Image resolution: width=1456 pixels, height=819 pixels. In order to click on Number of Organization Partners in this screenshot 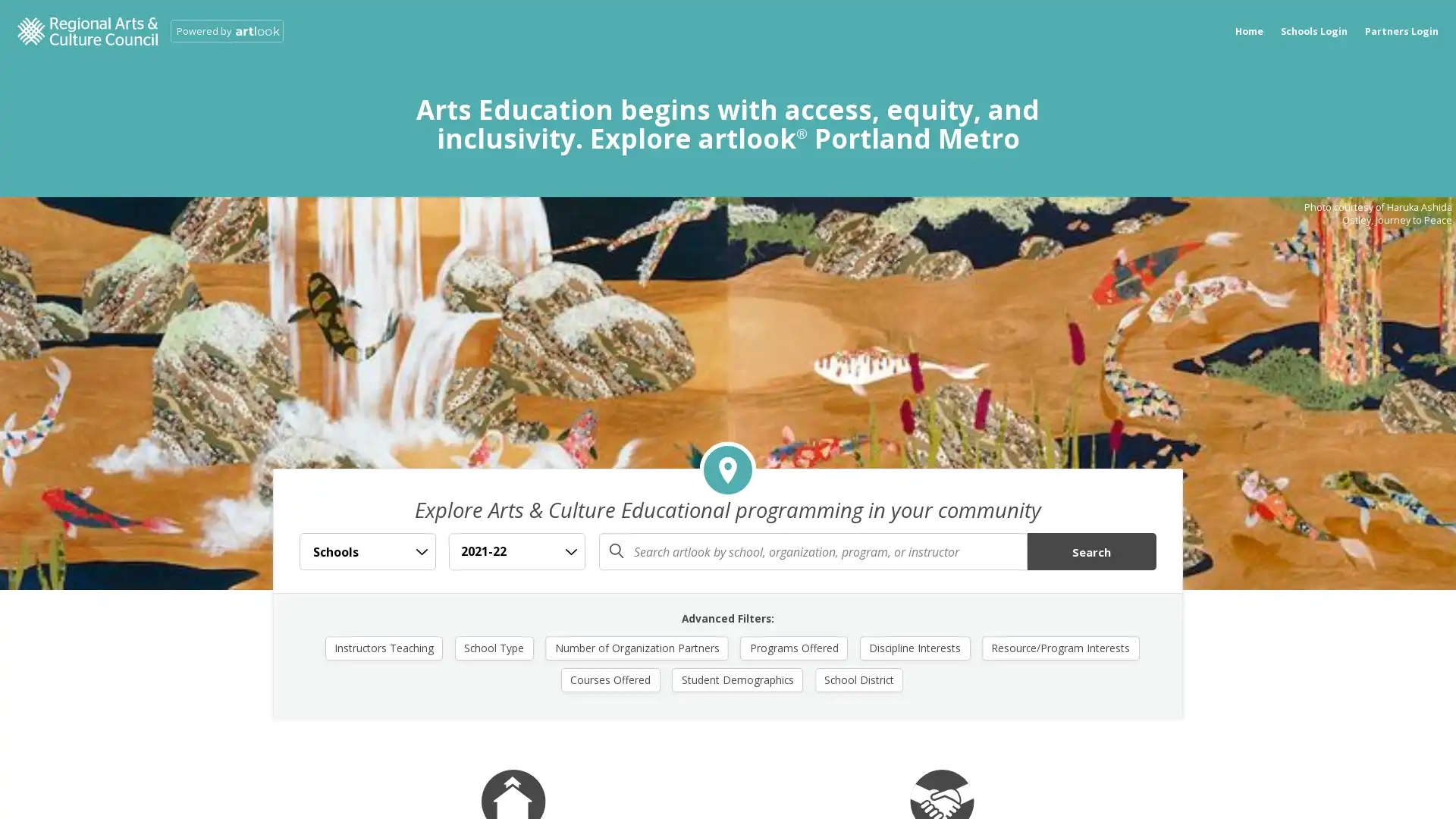, I will do `click(637, 647)`.